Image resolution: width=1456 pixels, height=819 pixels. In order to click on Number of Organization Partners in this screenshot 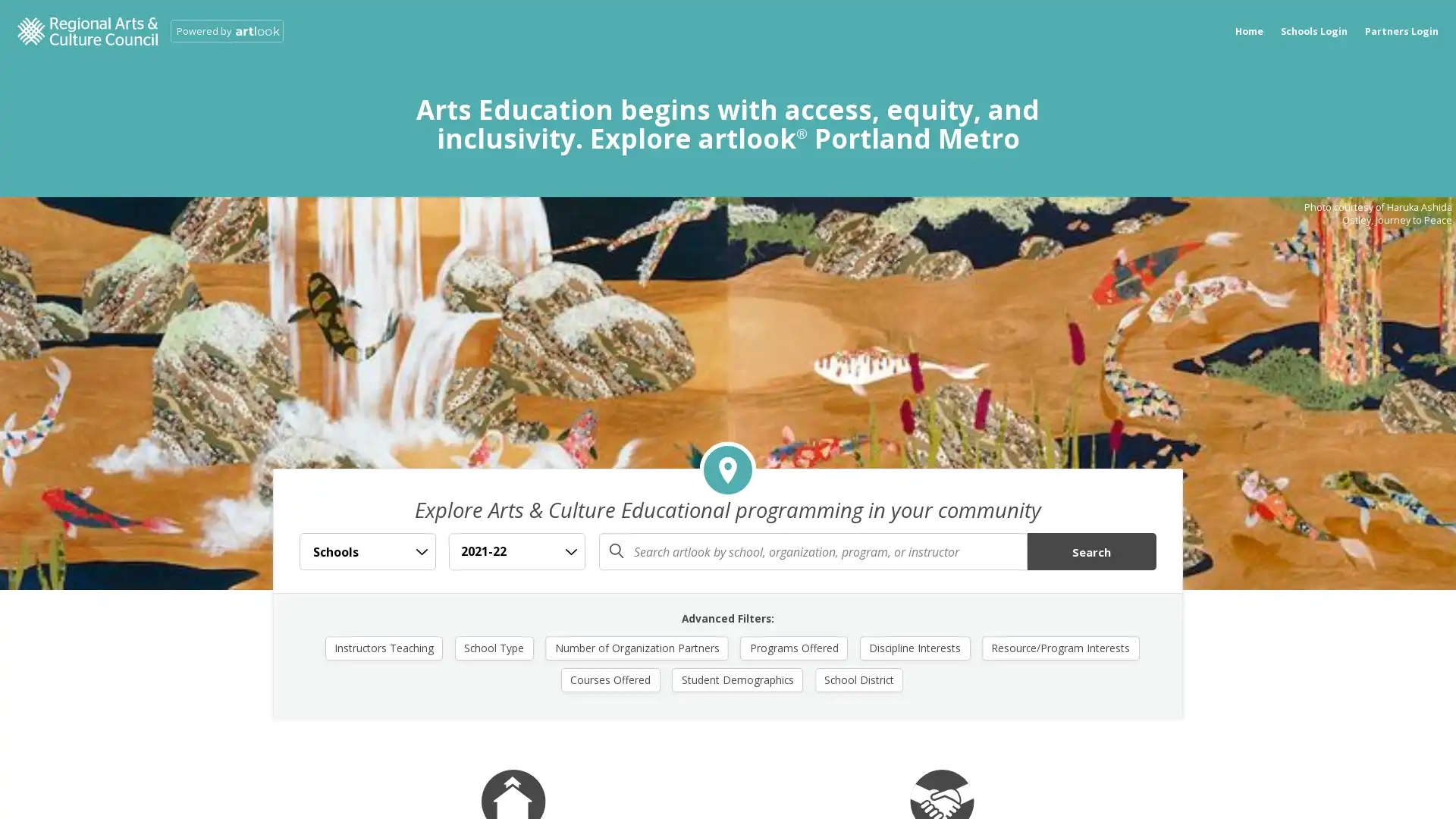, I will do `click(637, 647)`.